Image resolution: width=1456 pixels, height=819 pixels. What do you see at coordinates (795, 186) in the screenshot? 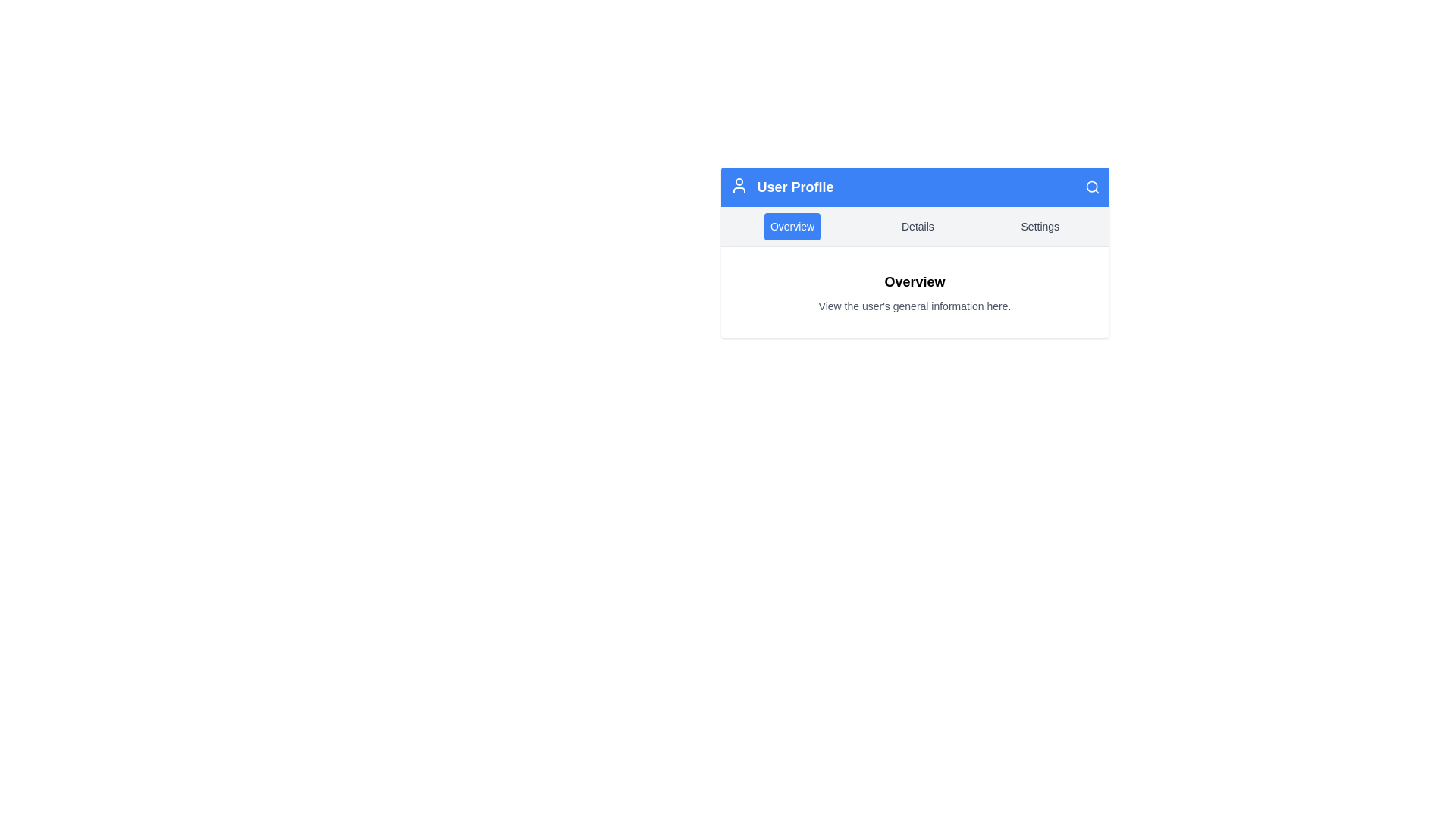
I see `the 'User Profile' text element, which is styled in a larger bold font and located within a blue header section, positioned between a user profile icon and a search icon at the top-center of the page` at bounding box center [795, 186].